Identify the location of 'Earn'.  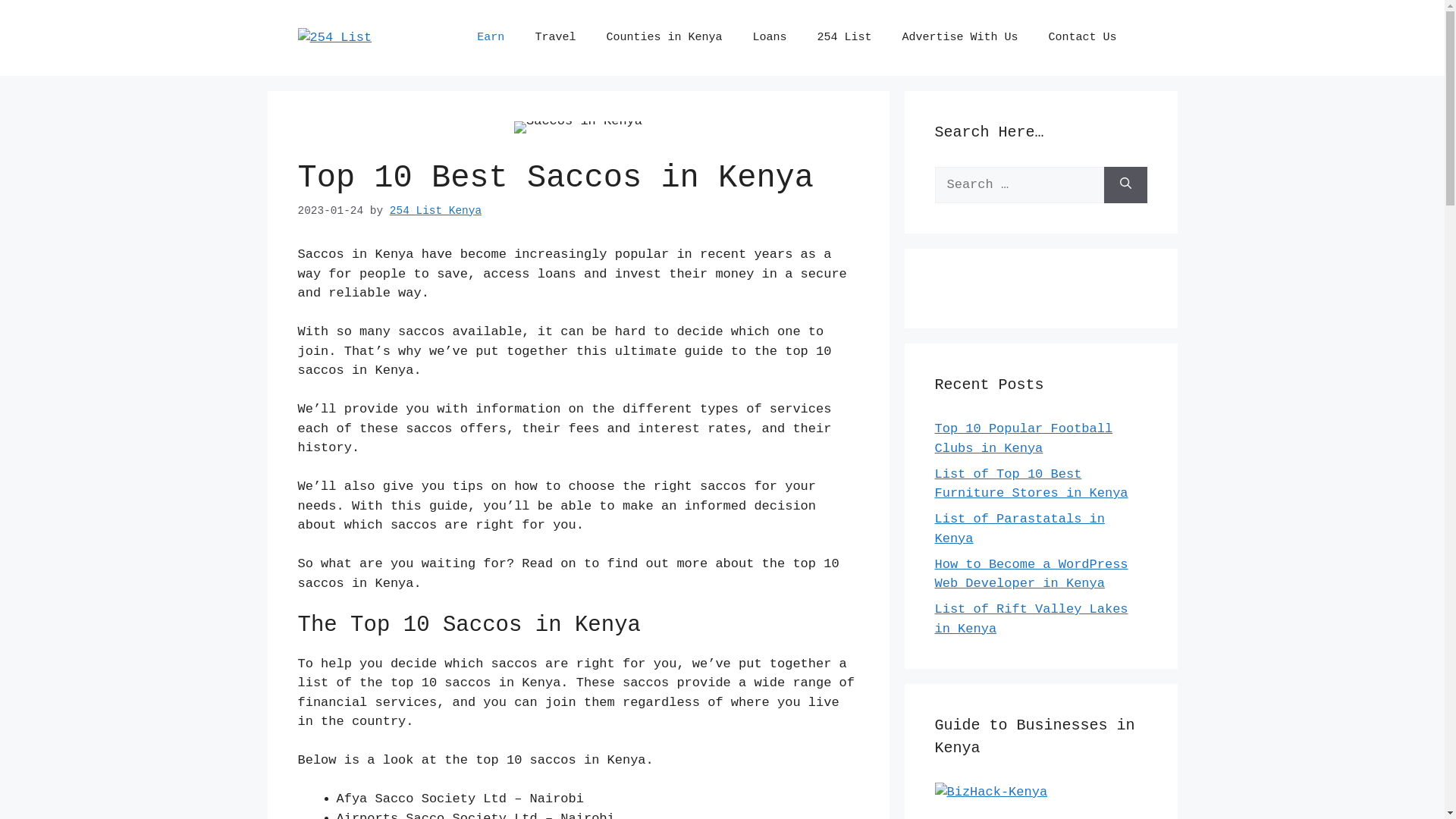
(461, 37).